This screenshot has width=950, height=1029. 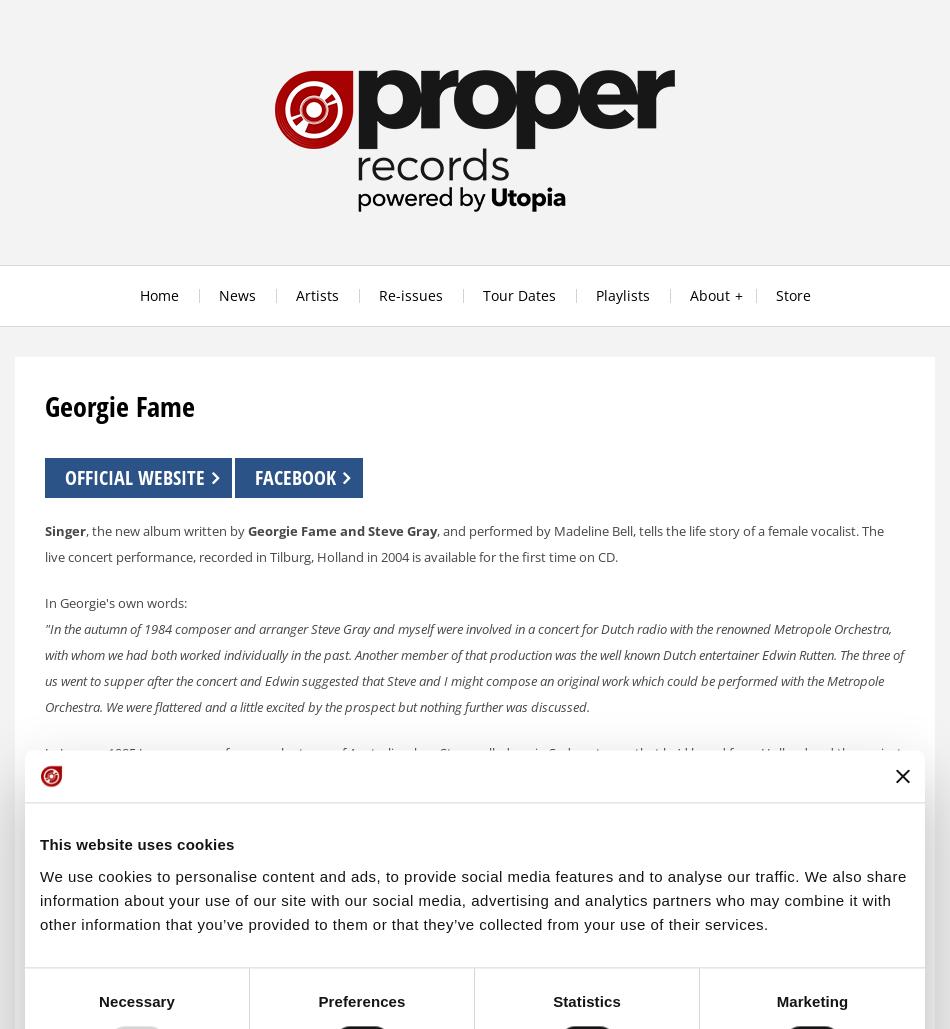 I want to click on 'Preferences', so click(x=360, y=1000).